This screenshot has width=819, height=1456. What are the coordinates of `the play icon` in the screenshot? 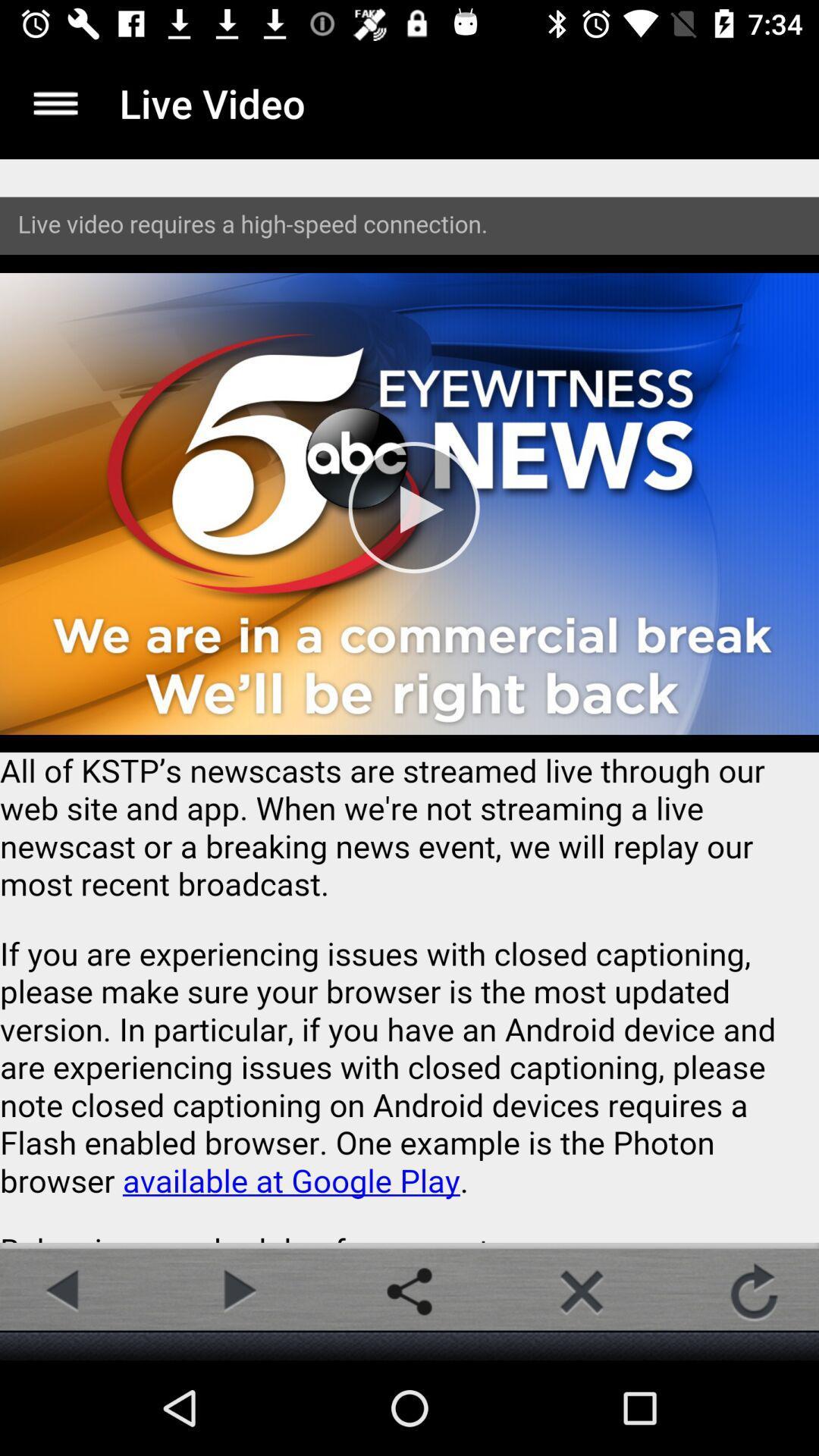 It's located at (237, 1291).